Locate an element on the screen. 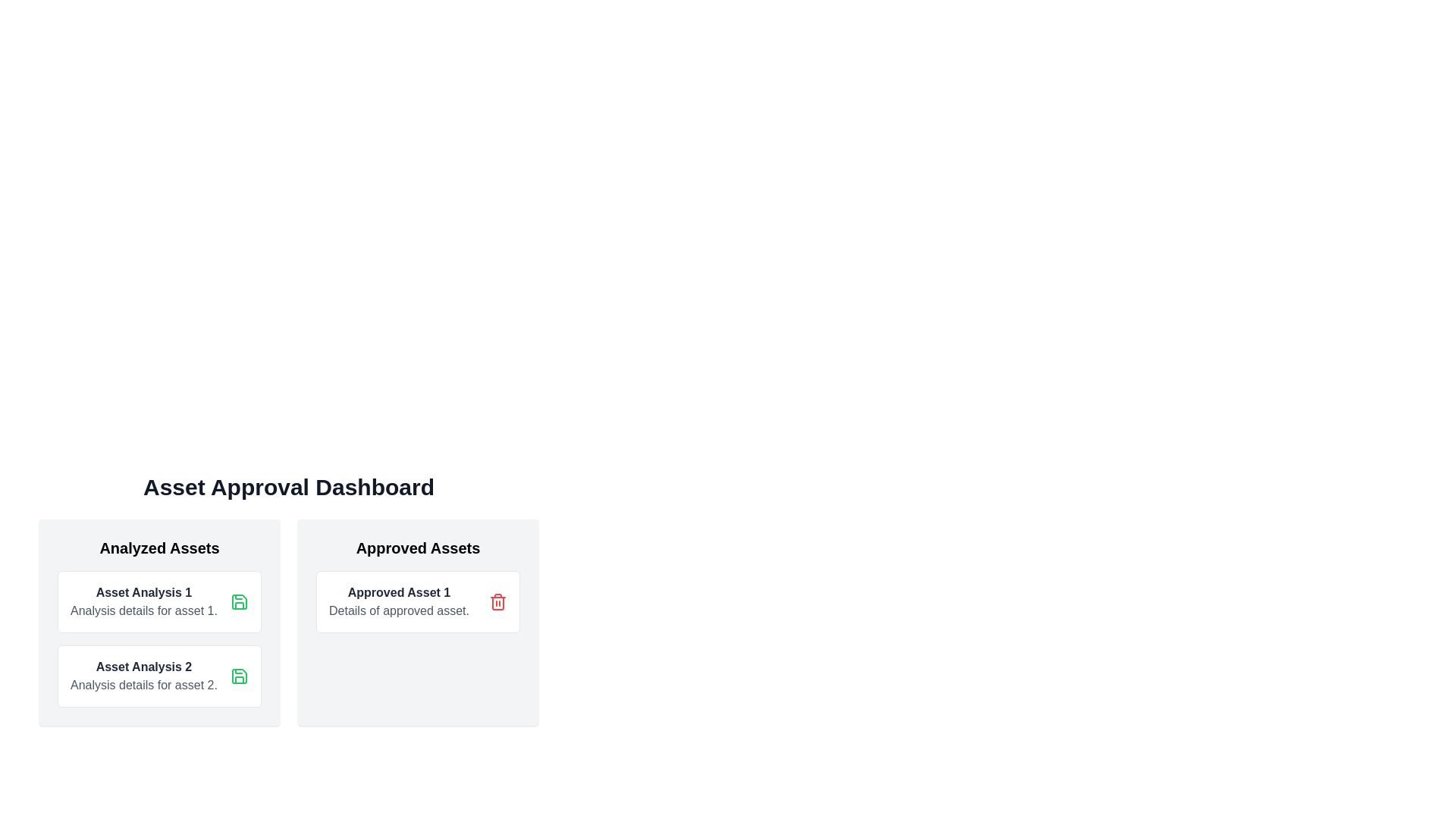  information provided in the text block within the first card of the 'Analyzed Assets' section, located on the left side of the layout is located at coordinates (143, 601).